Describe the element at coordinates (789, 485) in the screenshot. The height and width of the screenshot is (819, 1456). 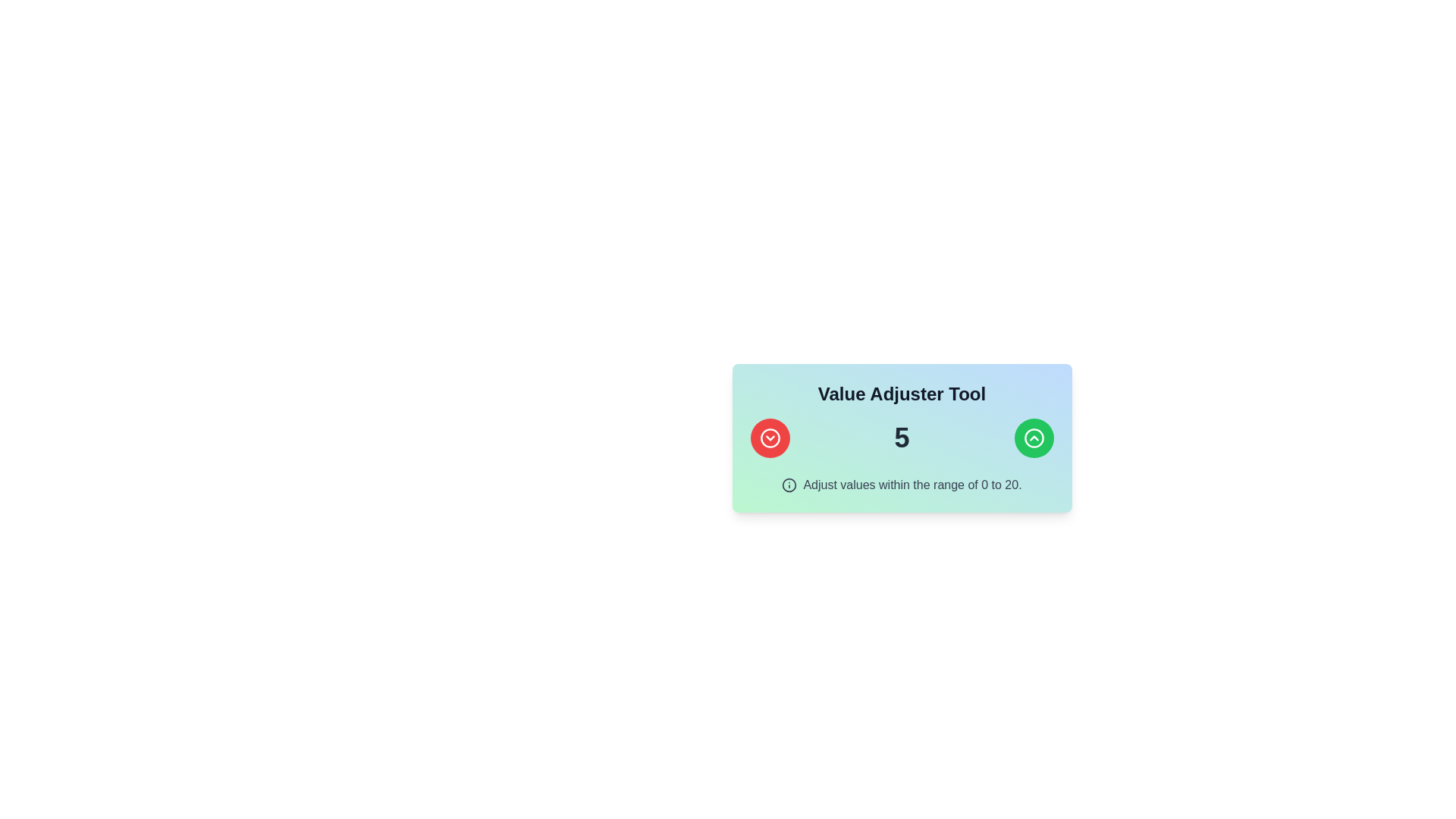
I see `the circular gray 'info' icon located in the bottom text area of the value adjustment card` at that location.